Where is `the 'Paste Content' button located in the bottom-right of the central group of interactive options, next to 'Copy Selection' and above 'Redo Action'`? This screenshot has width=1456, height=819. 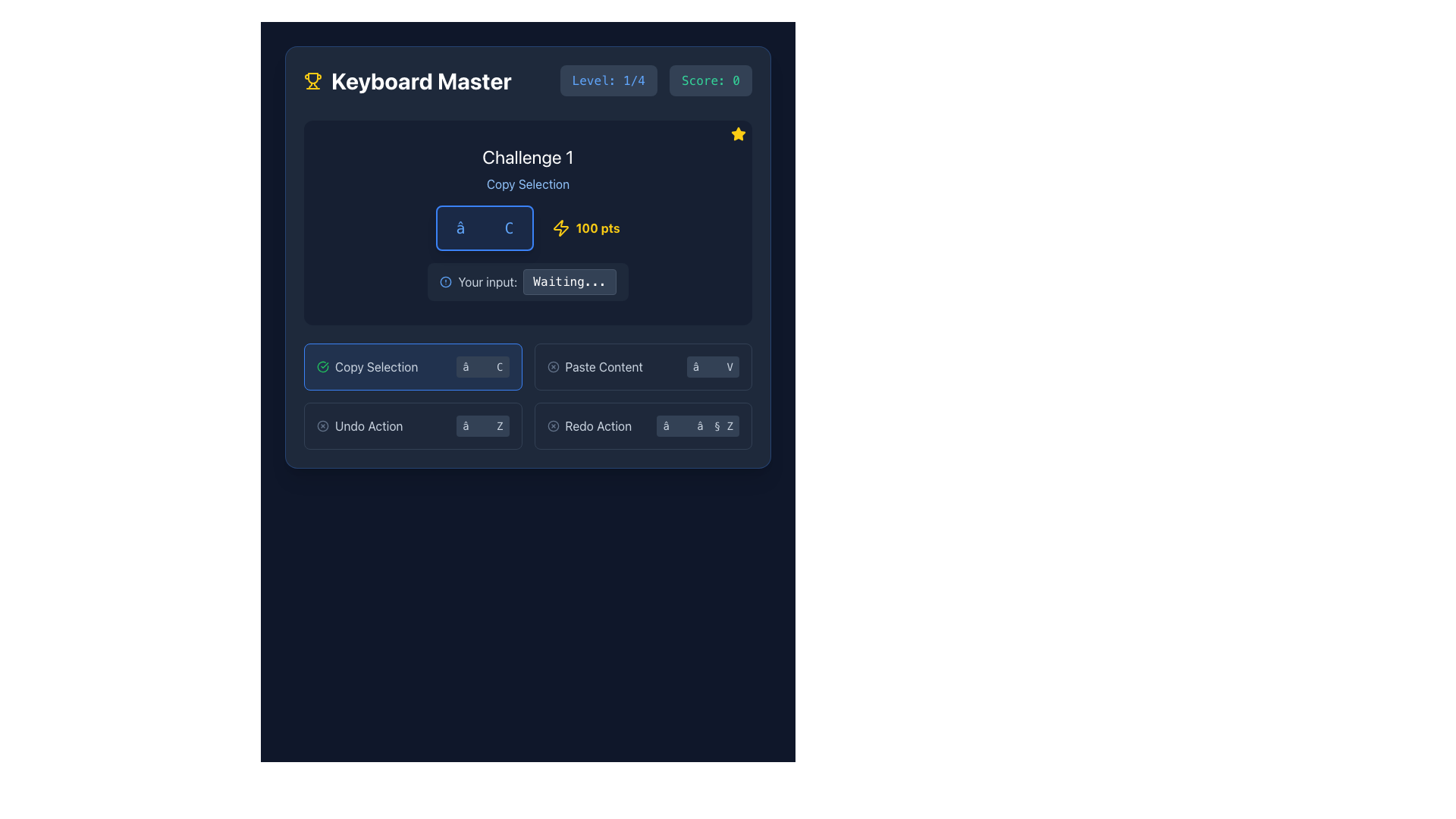
the 'Paste Content' button located in the bottom-right of the central group of interactive options, next to 'Copy Selection' and above 'Redo Action' is located at coordinates (643, 366).